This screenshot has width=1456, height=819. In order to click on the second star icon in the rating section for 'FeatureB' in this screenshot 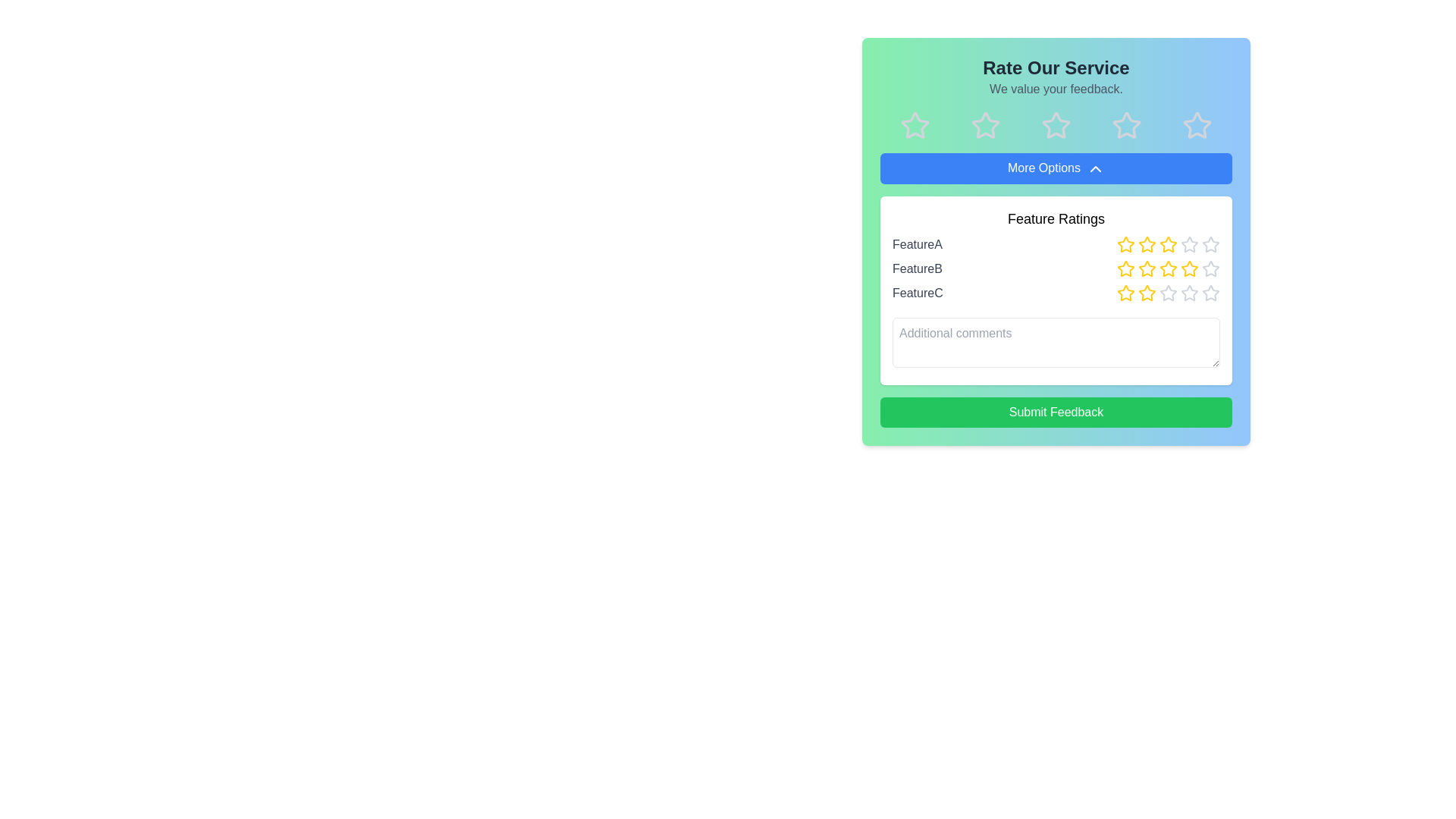, I will do `click(1147, 268)`.